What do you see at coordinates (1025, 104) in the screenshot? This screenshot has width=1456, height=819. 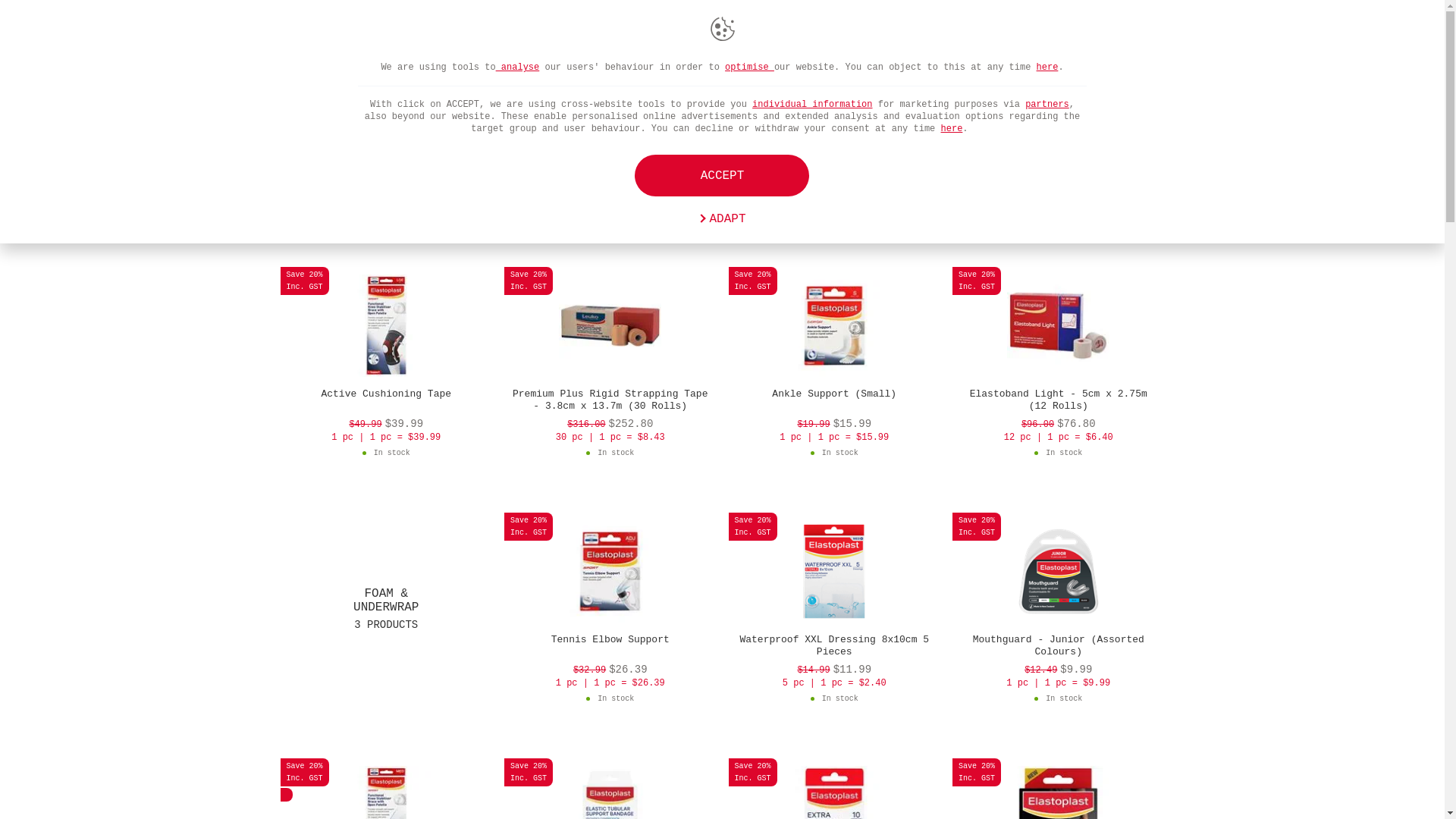 I see `'partners'` at bounding box center [1025, 104].